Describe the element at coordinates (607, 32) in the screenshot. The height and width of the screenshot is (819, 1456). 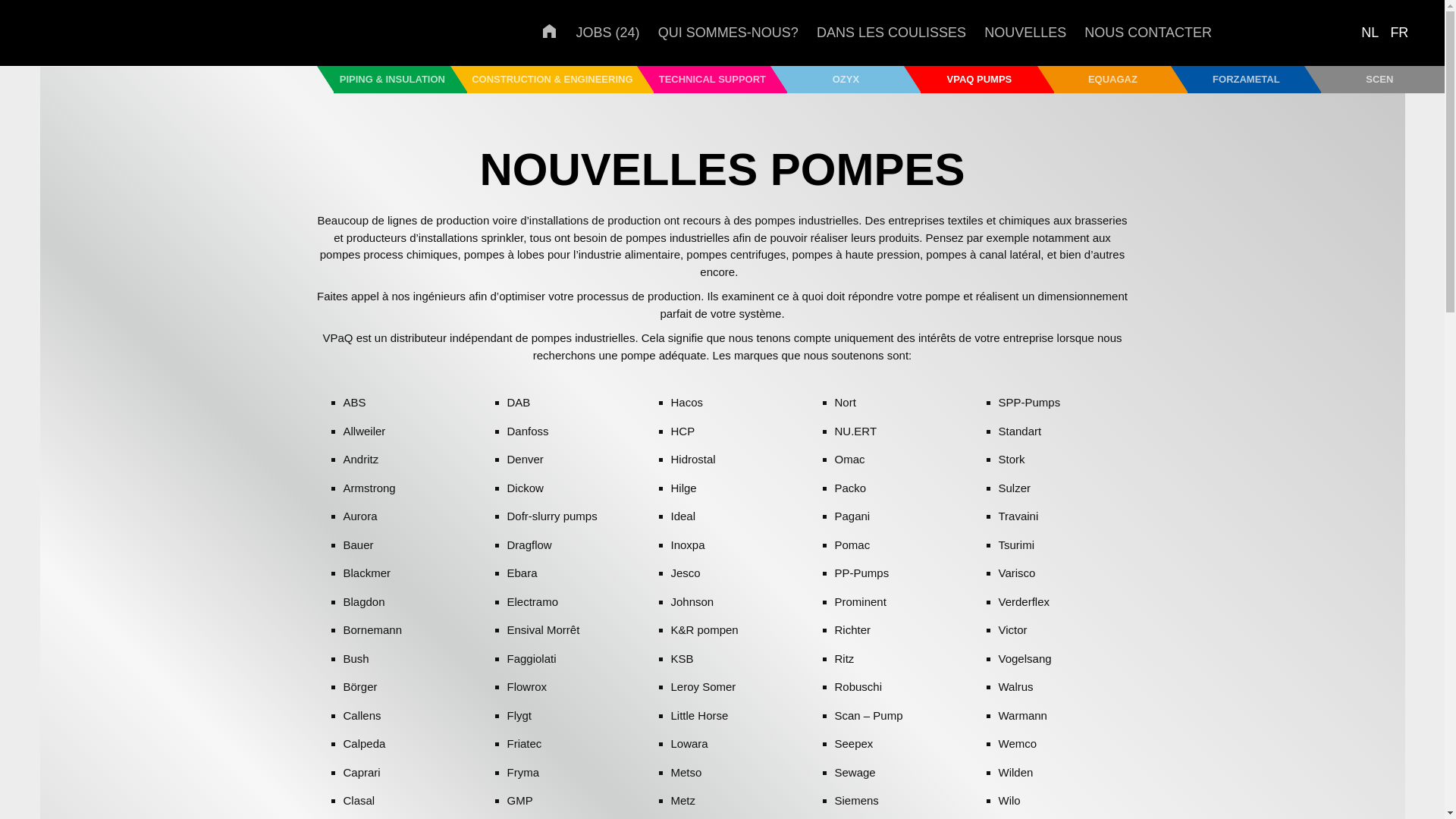
I see `'JOBS (24)'` at that location.